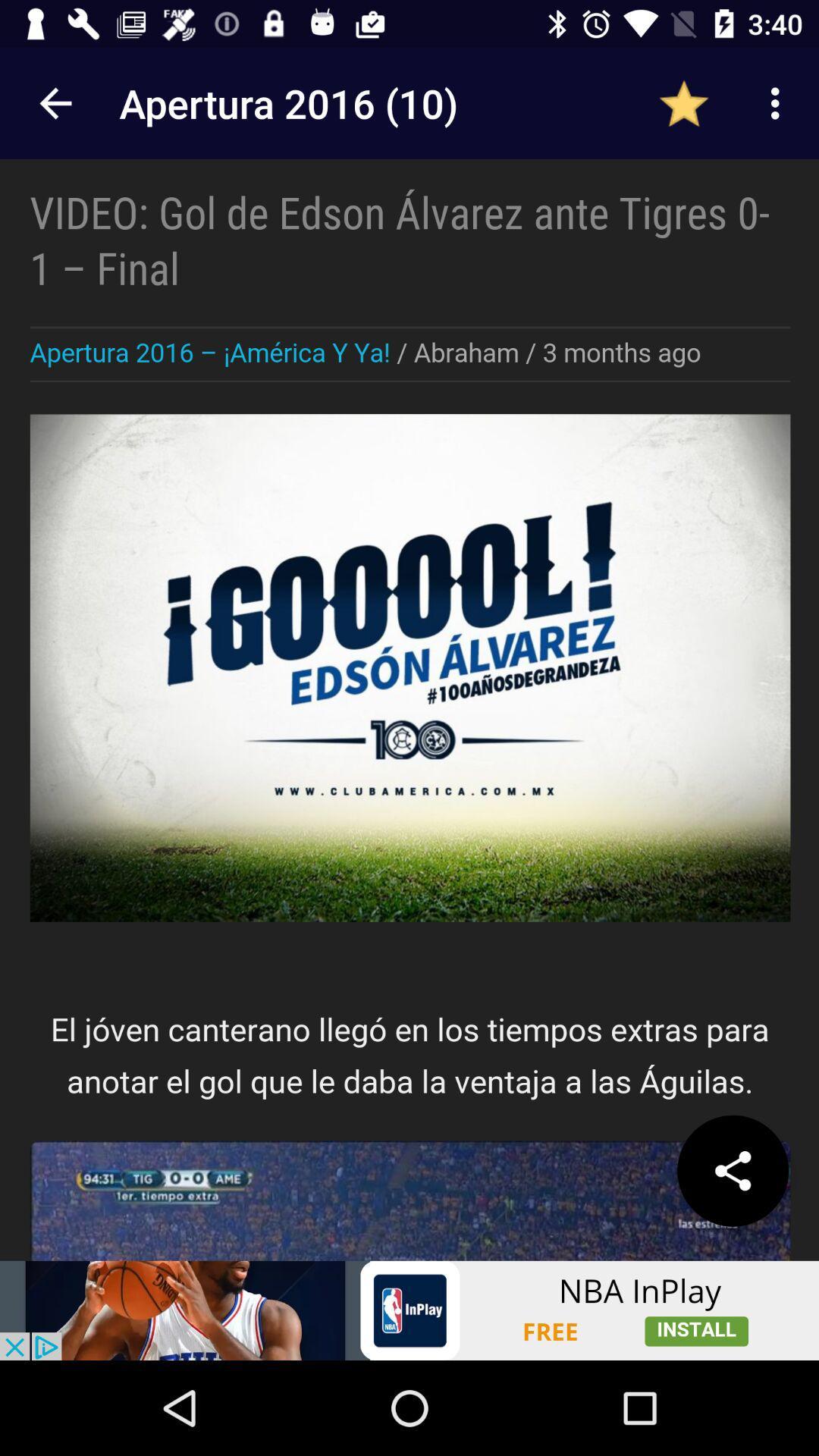  Describe the element at coordinates (409, 1310) in the screenshot. I see `advertisement page` at that location.